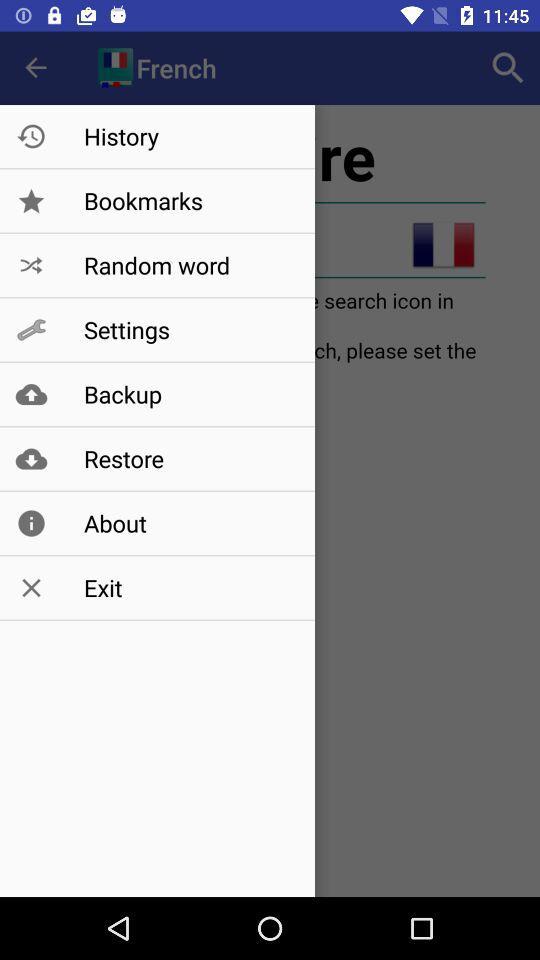  I want to click on about, so click(189, 522).